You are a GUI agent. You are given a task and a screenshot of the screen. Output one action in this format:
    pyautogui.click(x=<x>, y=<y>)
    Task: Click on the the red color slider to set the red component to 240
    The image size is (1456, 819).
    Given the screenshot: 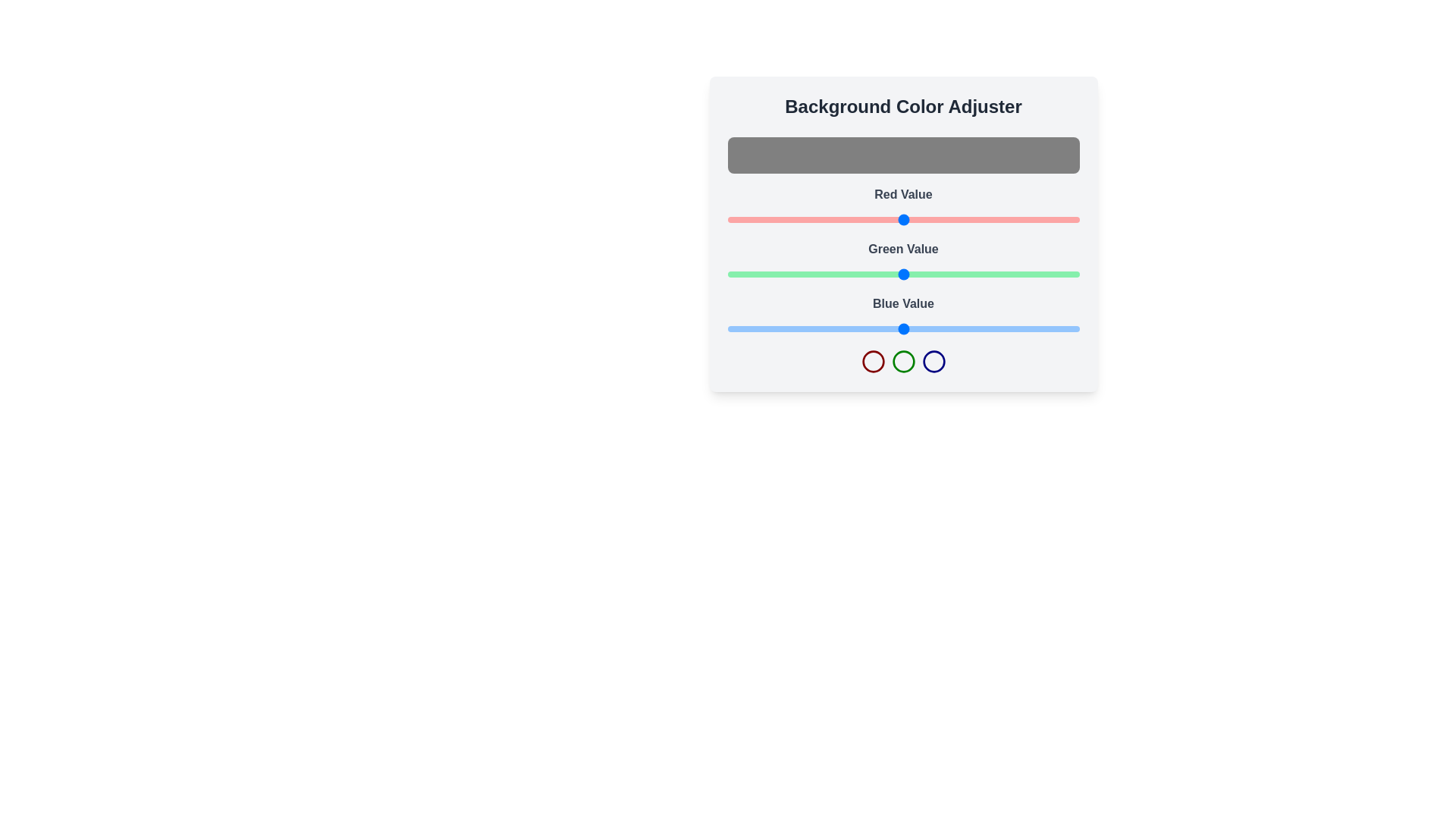 What is the action you would take?
    pyautogui.click(x=1058, y=219)
    